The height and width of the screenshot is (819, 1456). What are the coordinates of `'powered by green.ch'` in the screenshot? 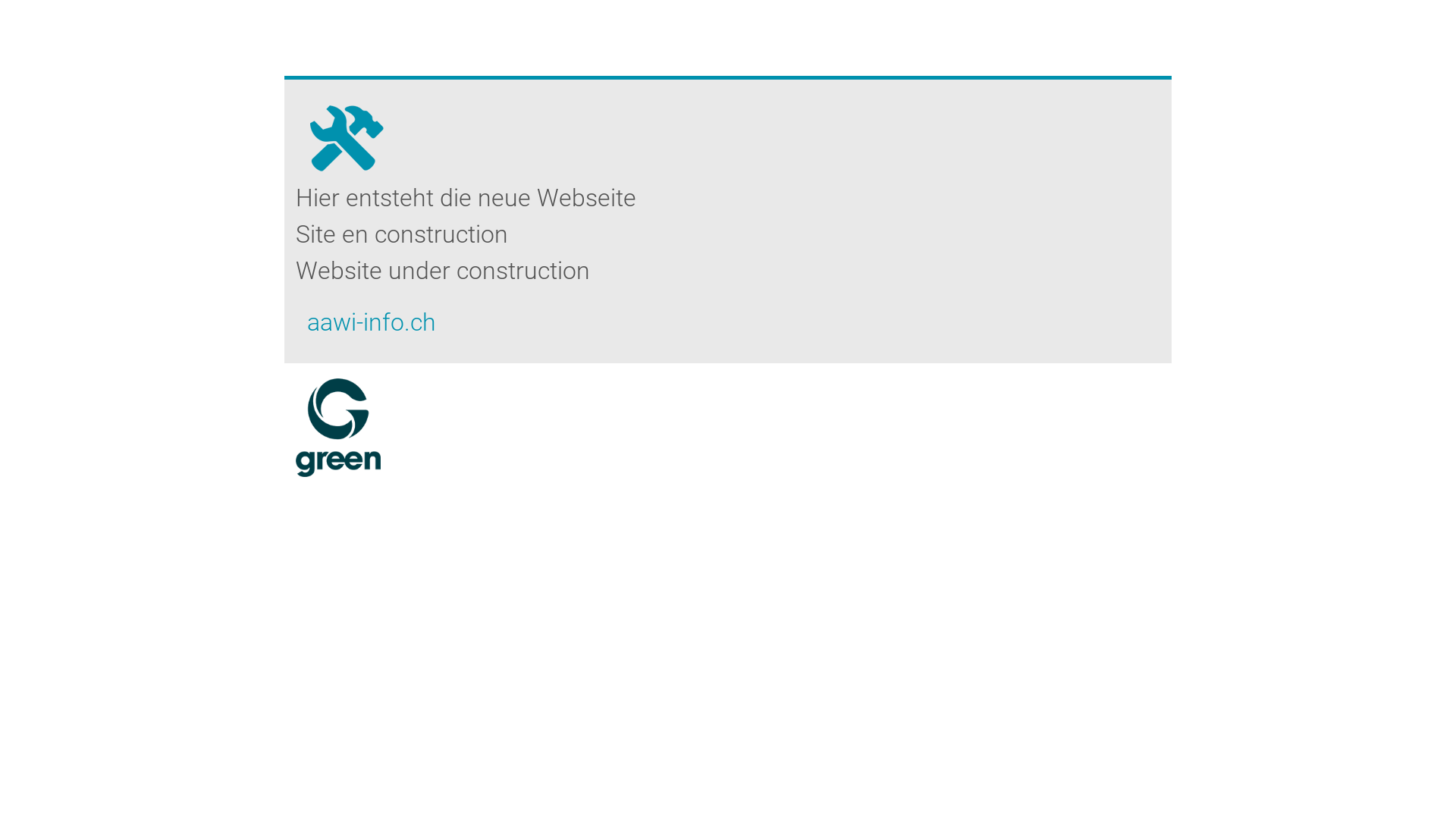 It's located at (337, 427).